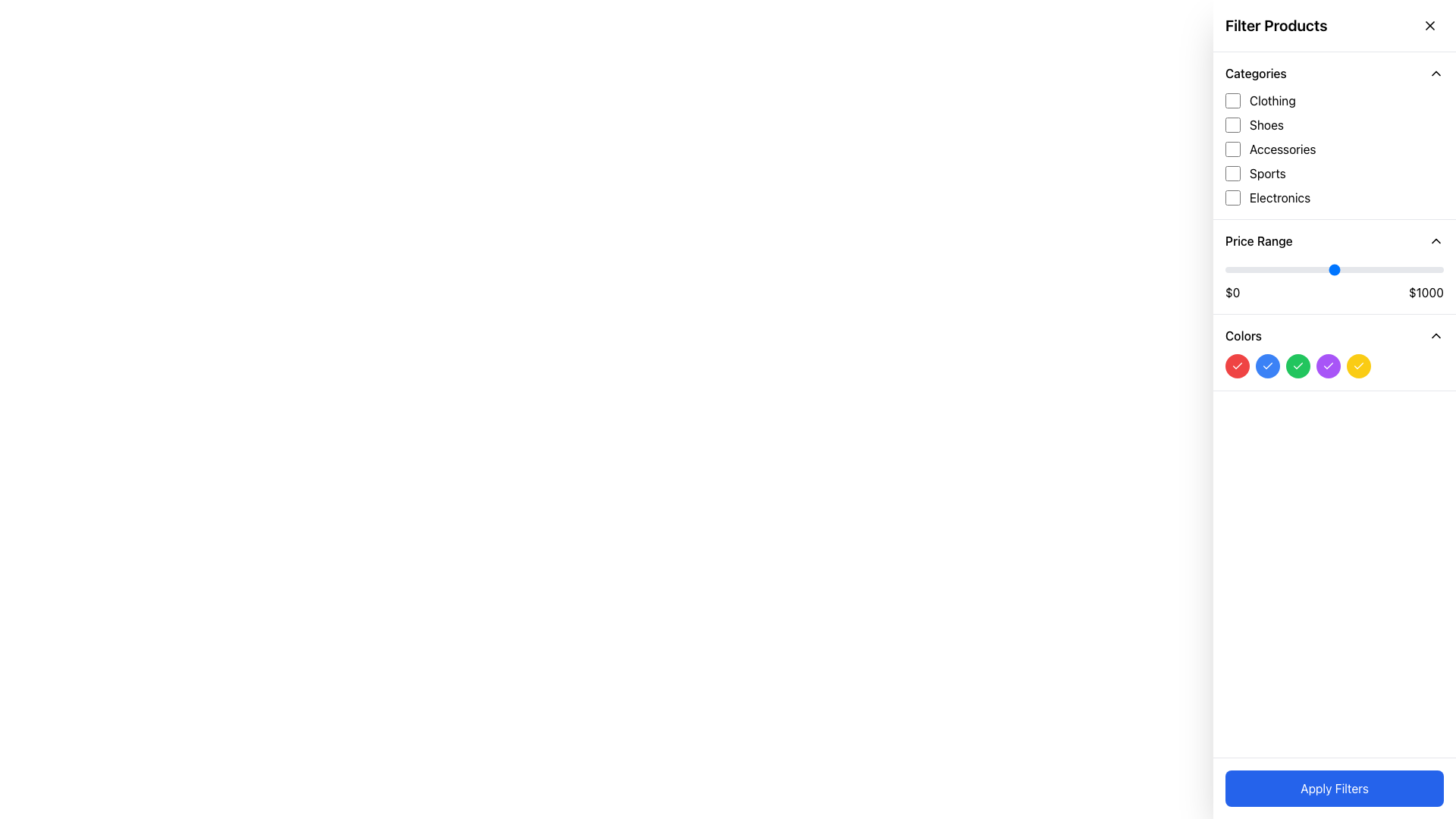 The height and width of the screenshot is (819, 1456). I want to click on the small white checkmark icon within the blue circular button, which is the second button in the 'Colors' section, so click(1267, 366).